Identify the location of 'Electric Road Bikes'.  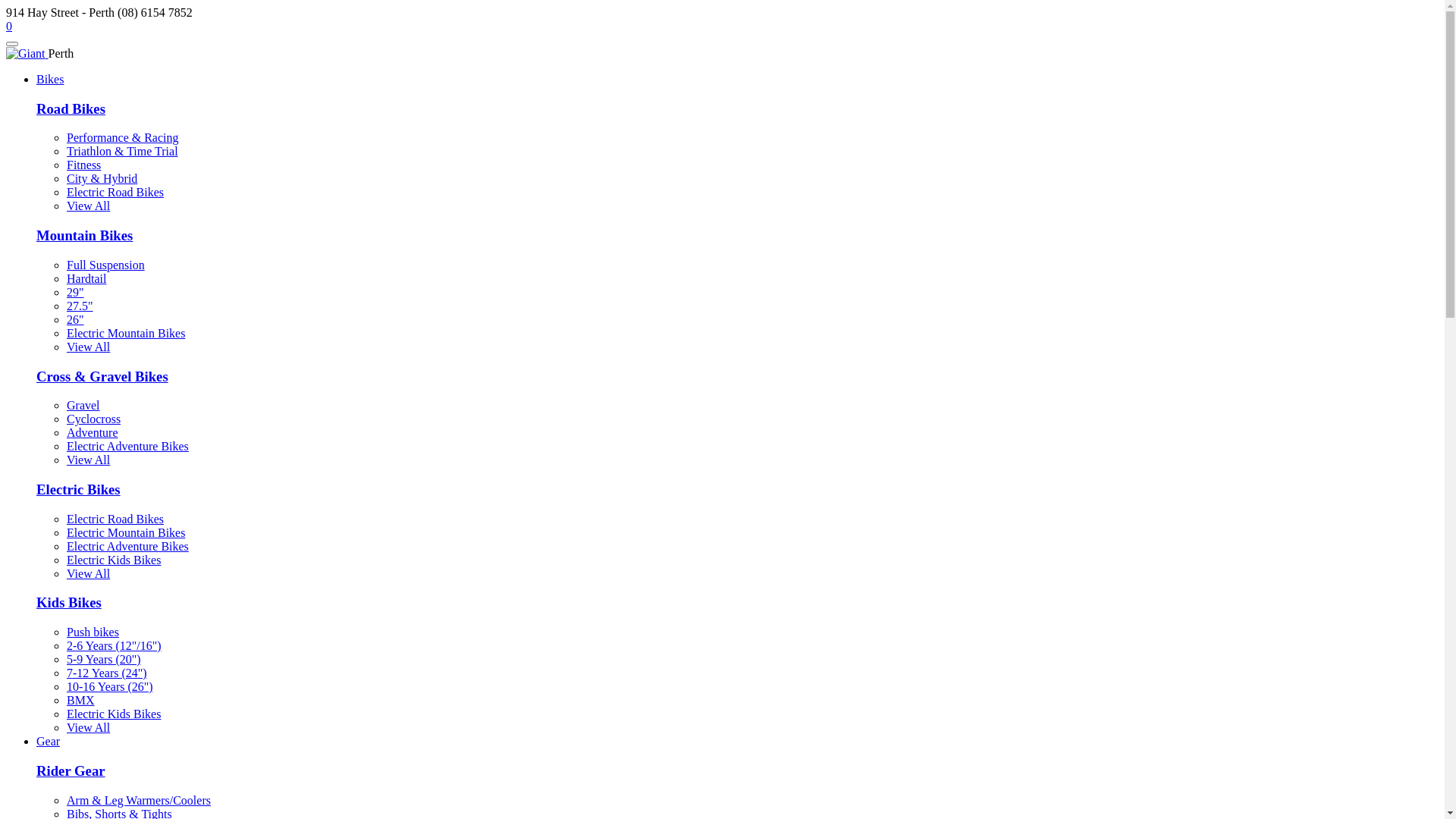
(115, 191).